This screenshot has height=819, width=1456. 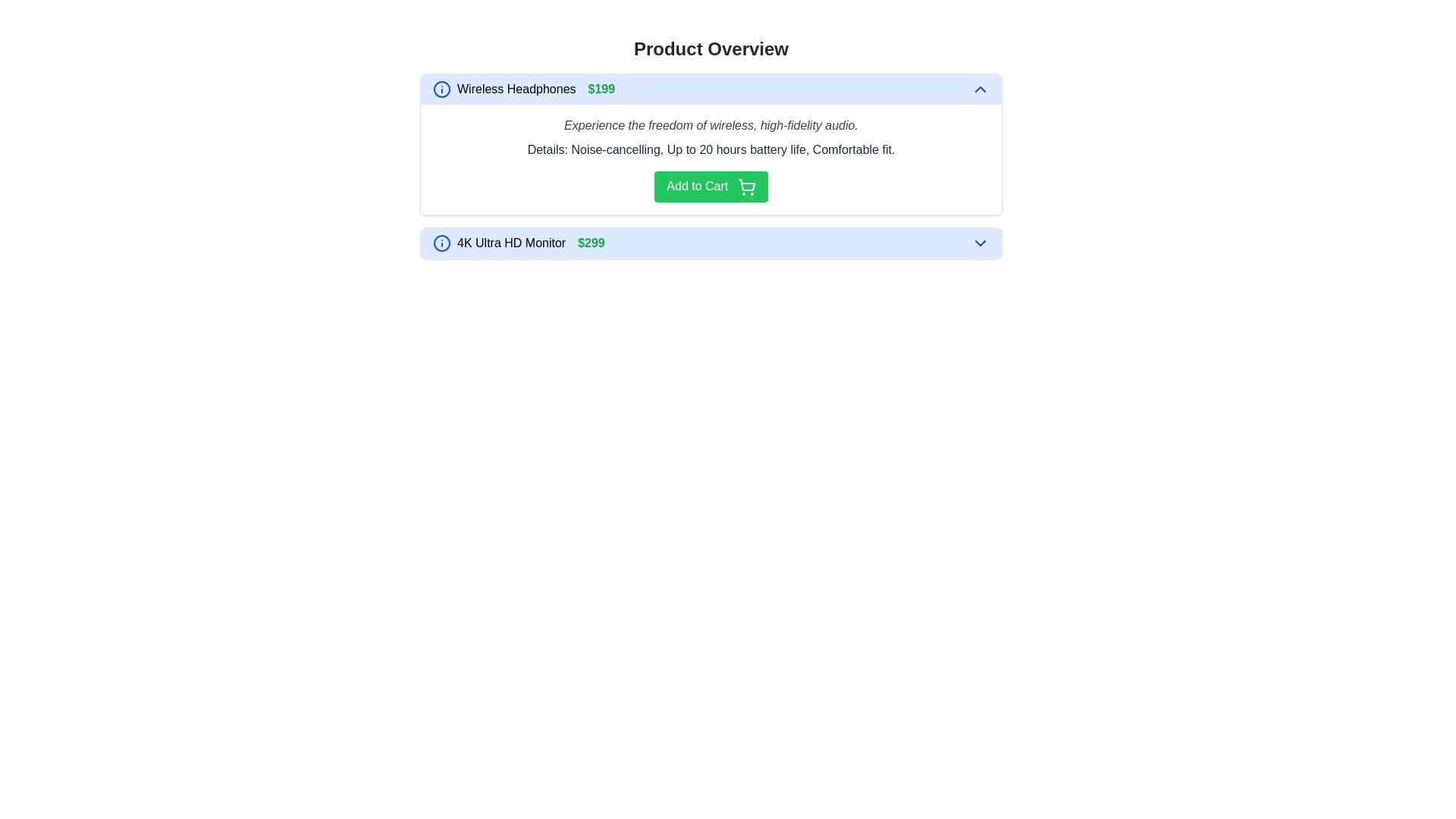 What do you see at coordinates (980, 89) in the screenshot?
I see `the toggle button located at the far-right of the header section labeled 'Wireless Headphones $199'` at bounding box center [980, 89].